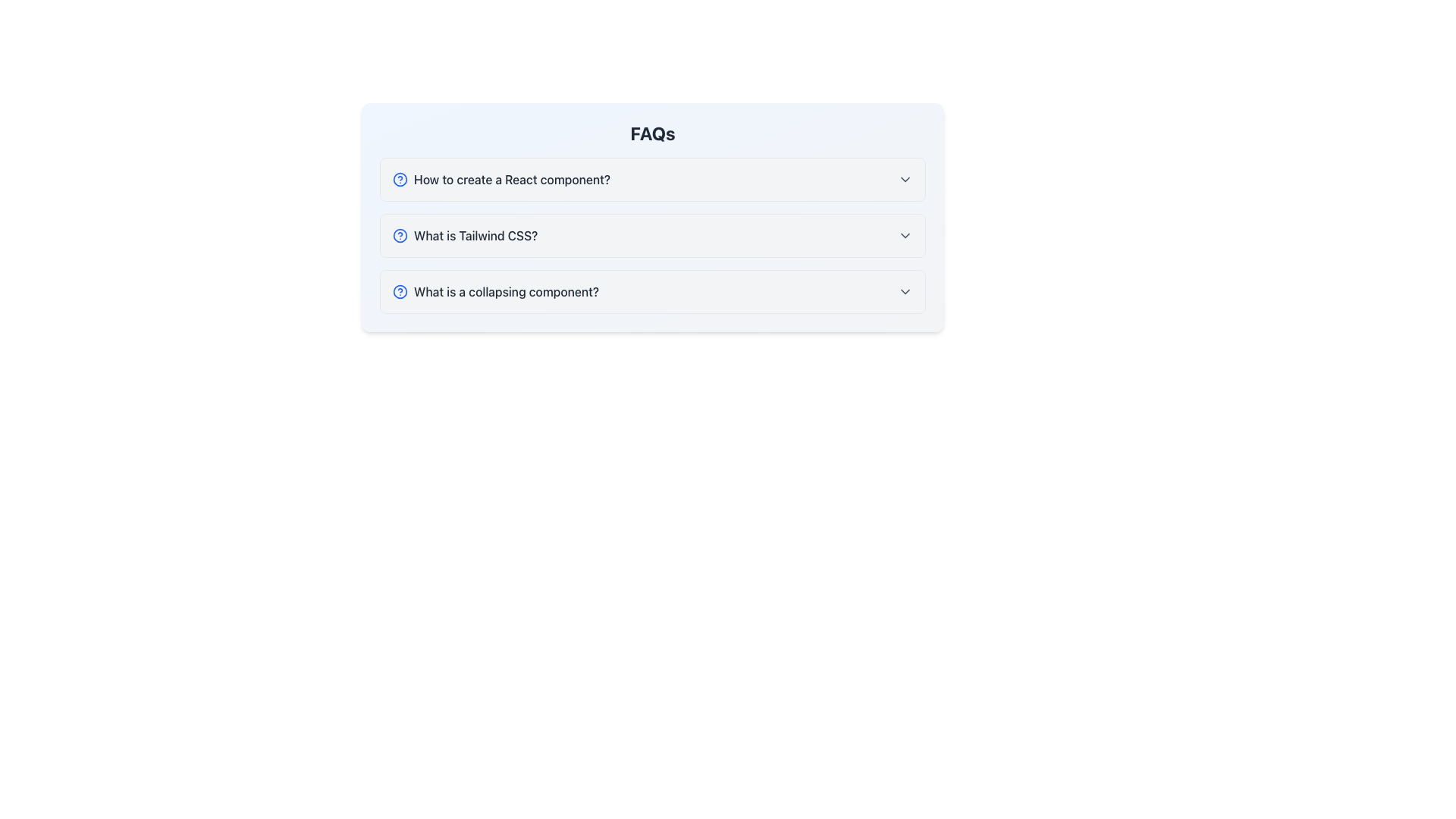 The width and height of the screenshot is (1456, 819). Describe the element at coordinates (652, 178) in the screenshot. I see `the first FAQ item in the list` at that location.